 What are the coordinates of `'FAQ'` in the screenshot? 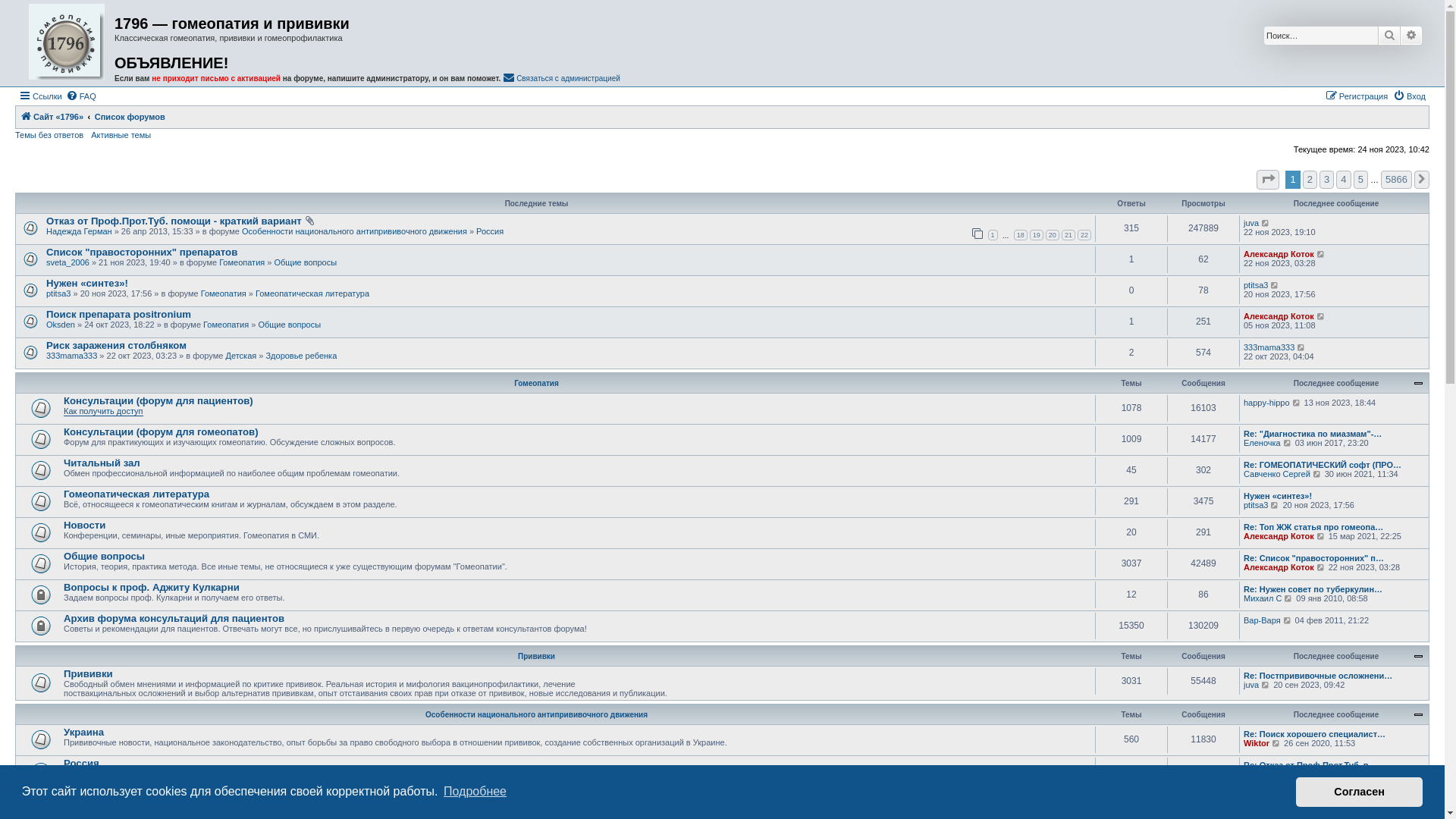 It's located at (80, 96).